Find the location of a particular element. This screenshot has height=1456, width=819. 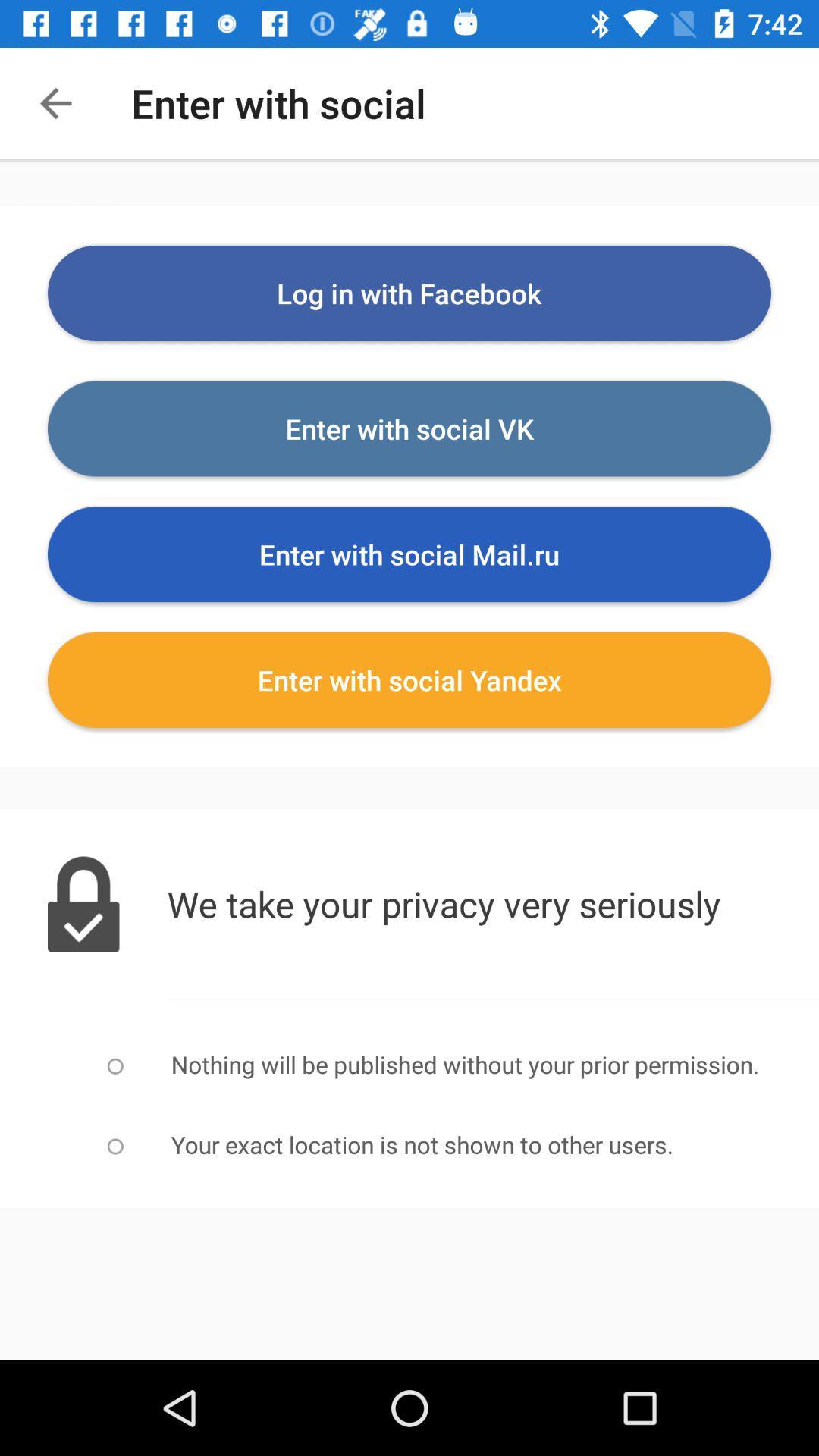

the log in with item is located at coordinates (409, 293).